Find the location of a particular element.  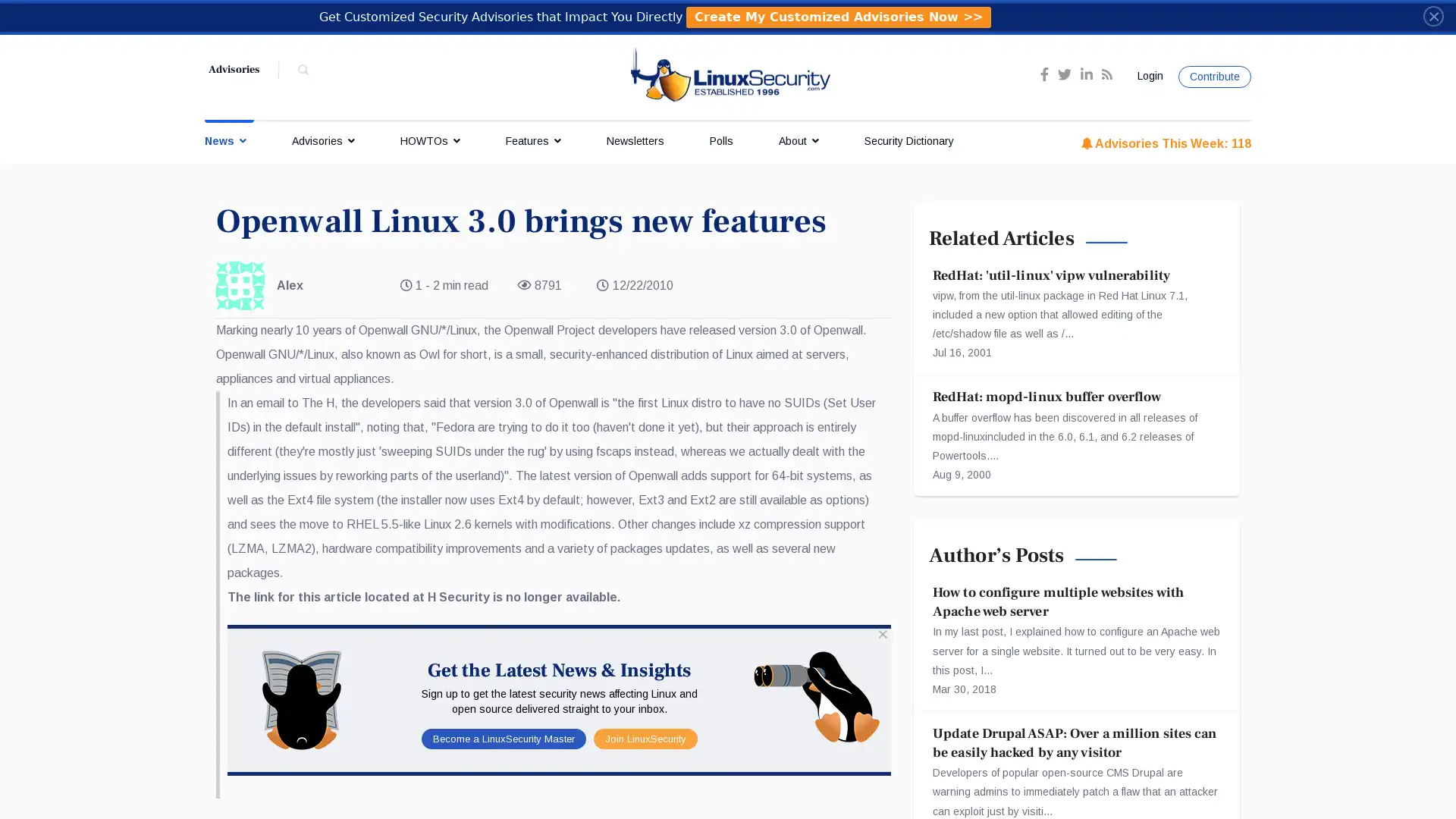

Login is located at coordinates (1147, 76).